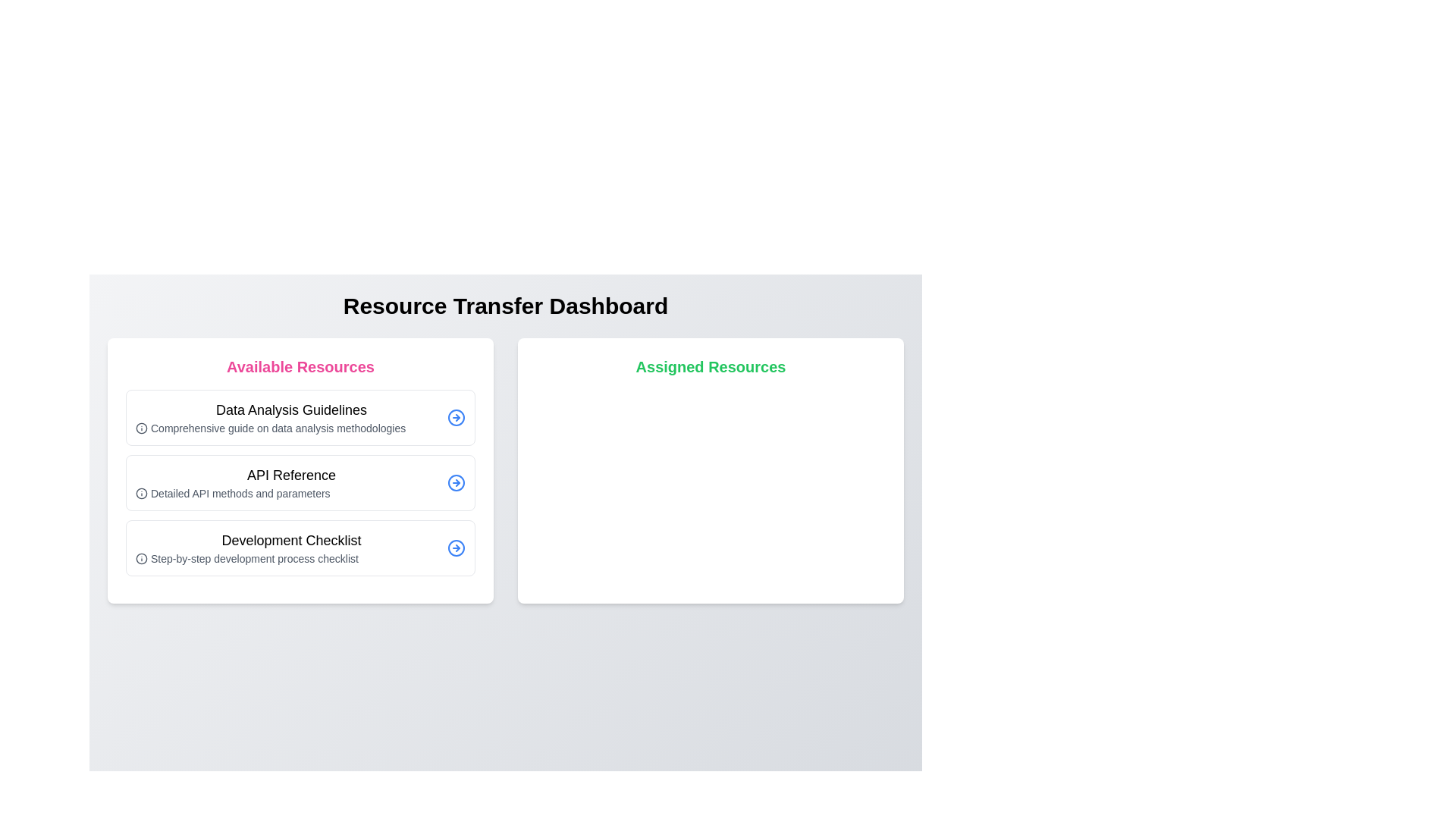 This screenshot has height=819, width=1456. Describe the element at coordinates (142, 558) in the screenshot. I see `the informational icon located at the leftmost part of the horizontal layout next to the text 'Step-by-step development process checklist'` at that location.